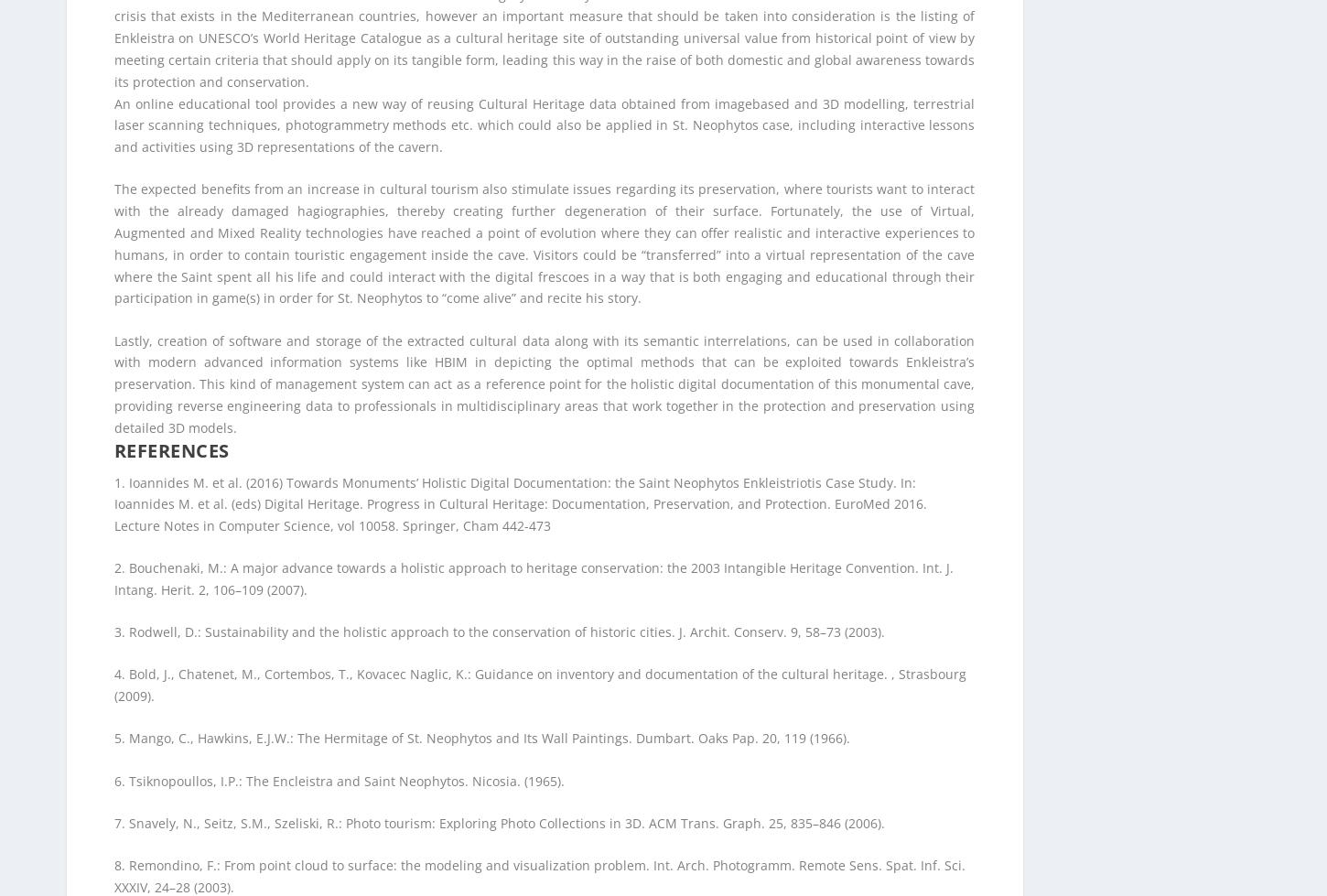 The image size is (1327, 896). Describe the element at coordinates (66, 750) in the screenshot. I see `'You must be'` at that location.